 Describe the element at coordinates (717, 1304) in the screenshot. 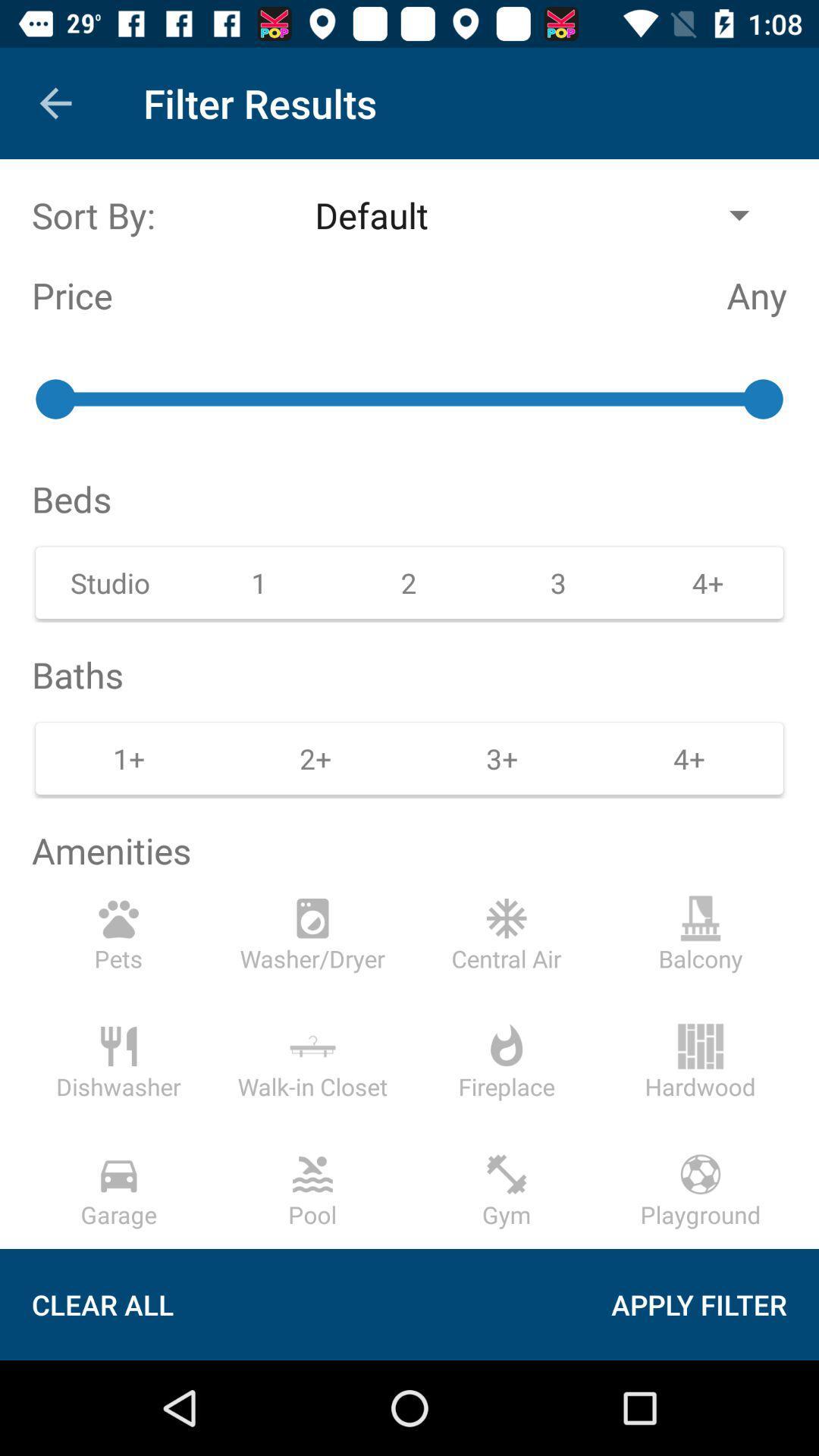

I see `apply filter shown on the bottom right corner` at that location.